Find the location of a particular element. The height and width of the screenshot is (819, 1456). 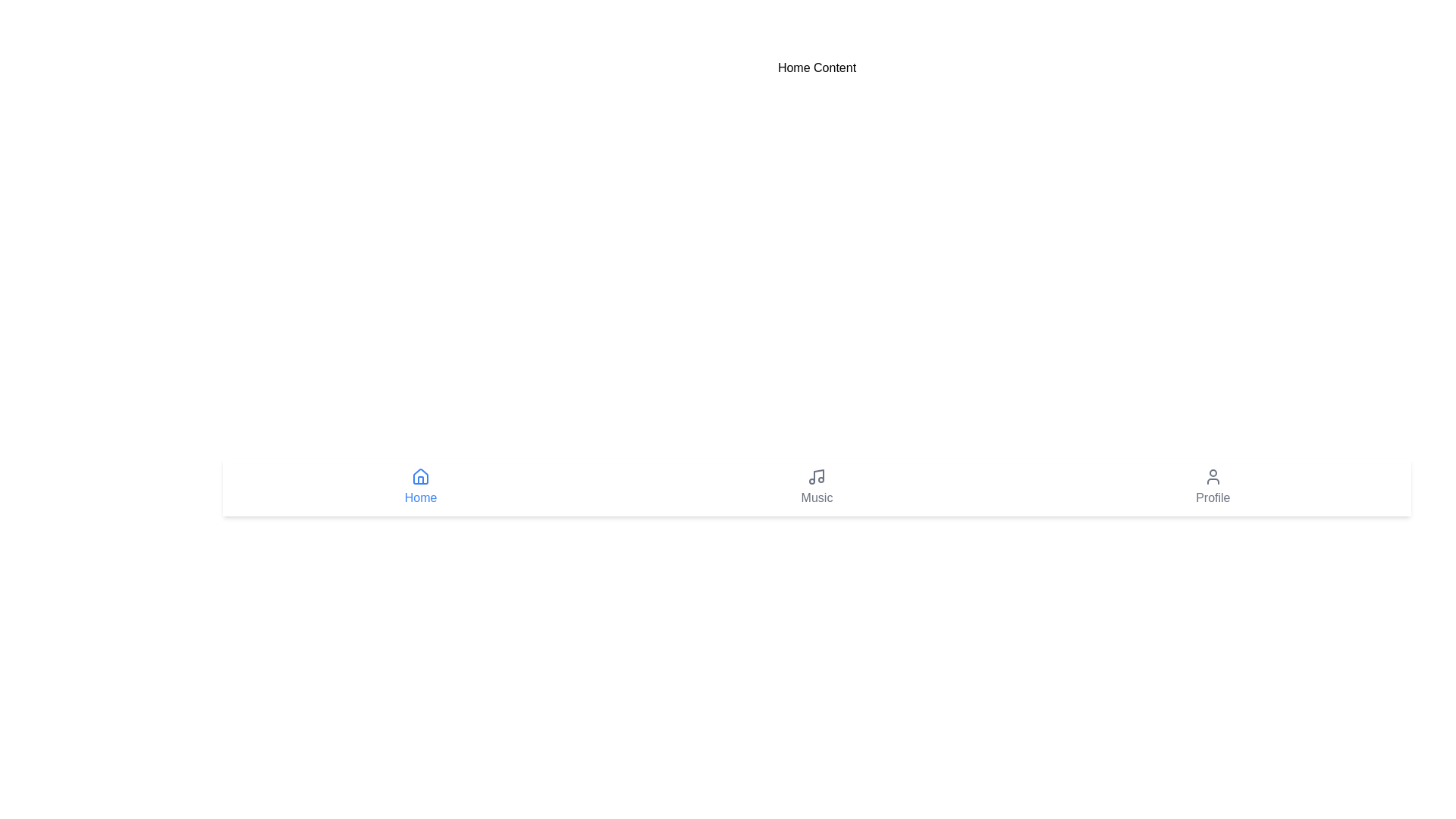

the musical note icon located in the center of the bottom navigation bar within the 'Music' tab section is located at coordinates (816, 475).